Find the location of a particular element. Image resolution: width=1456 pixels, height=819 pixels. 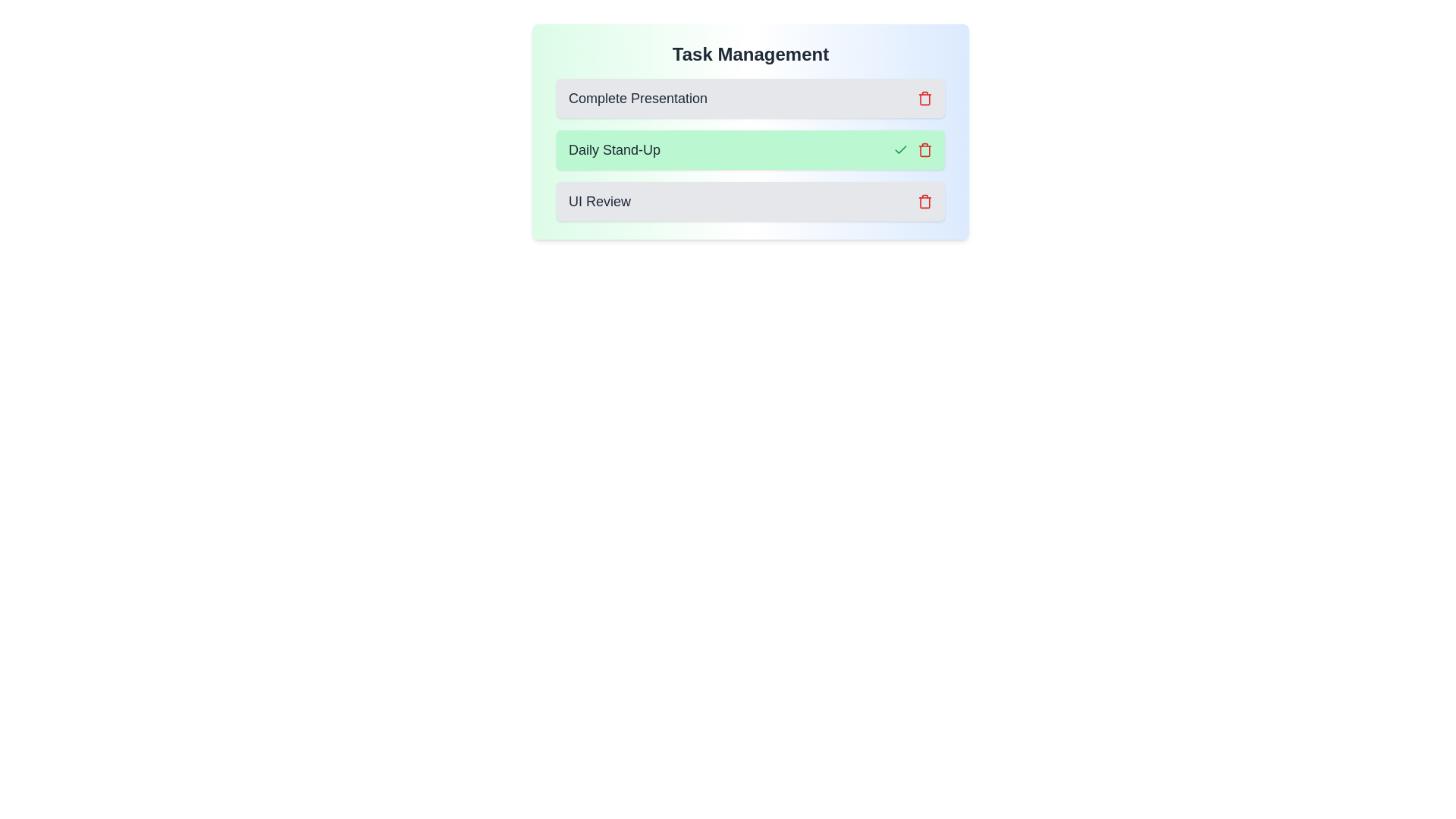

trash icon for the task named Complete Presentation is located at coordinates (924, 99).